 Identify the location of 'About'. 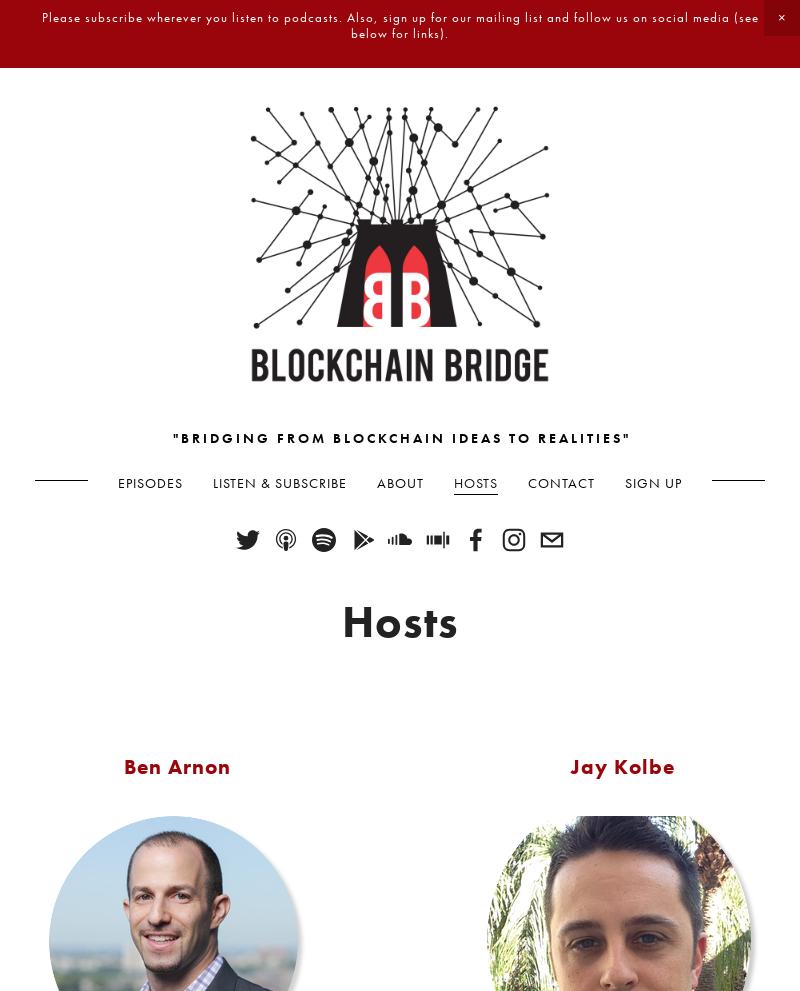
(376, 481).